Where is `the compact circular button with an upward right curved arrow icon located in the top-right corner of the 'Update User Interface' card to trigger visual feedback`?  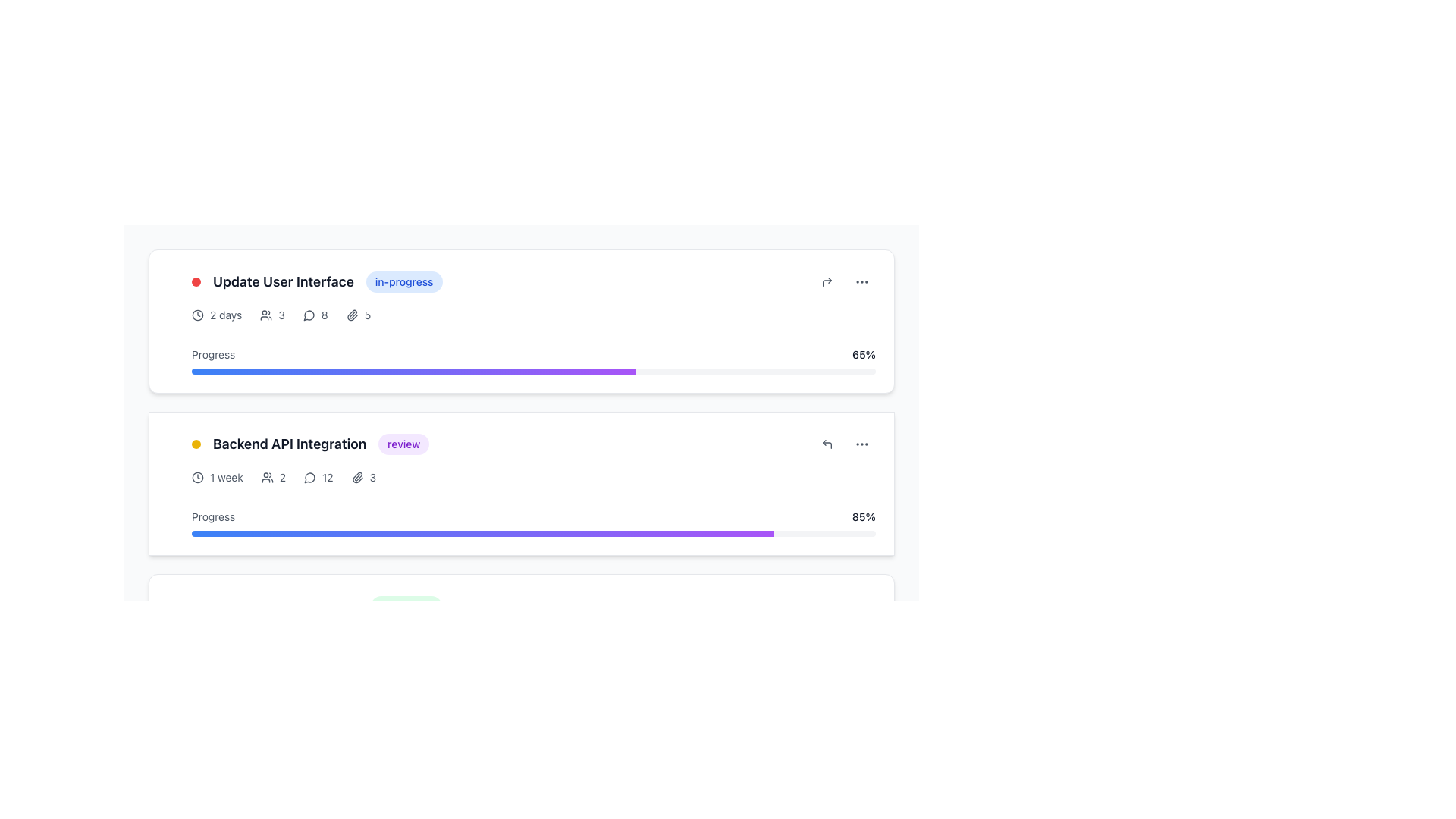
the compact circular button with an upward right curved arrow icon located in the top-right corner of the 'Update User Interface' card to trigger visual feedback is located at coordinates (826, 281).